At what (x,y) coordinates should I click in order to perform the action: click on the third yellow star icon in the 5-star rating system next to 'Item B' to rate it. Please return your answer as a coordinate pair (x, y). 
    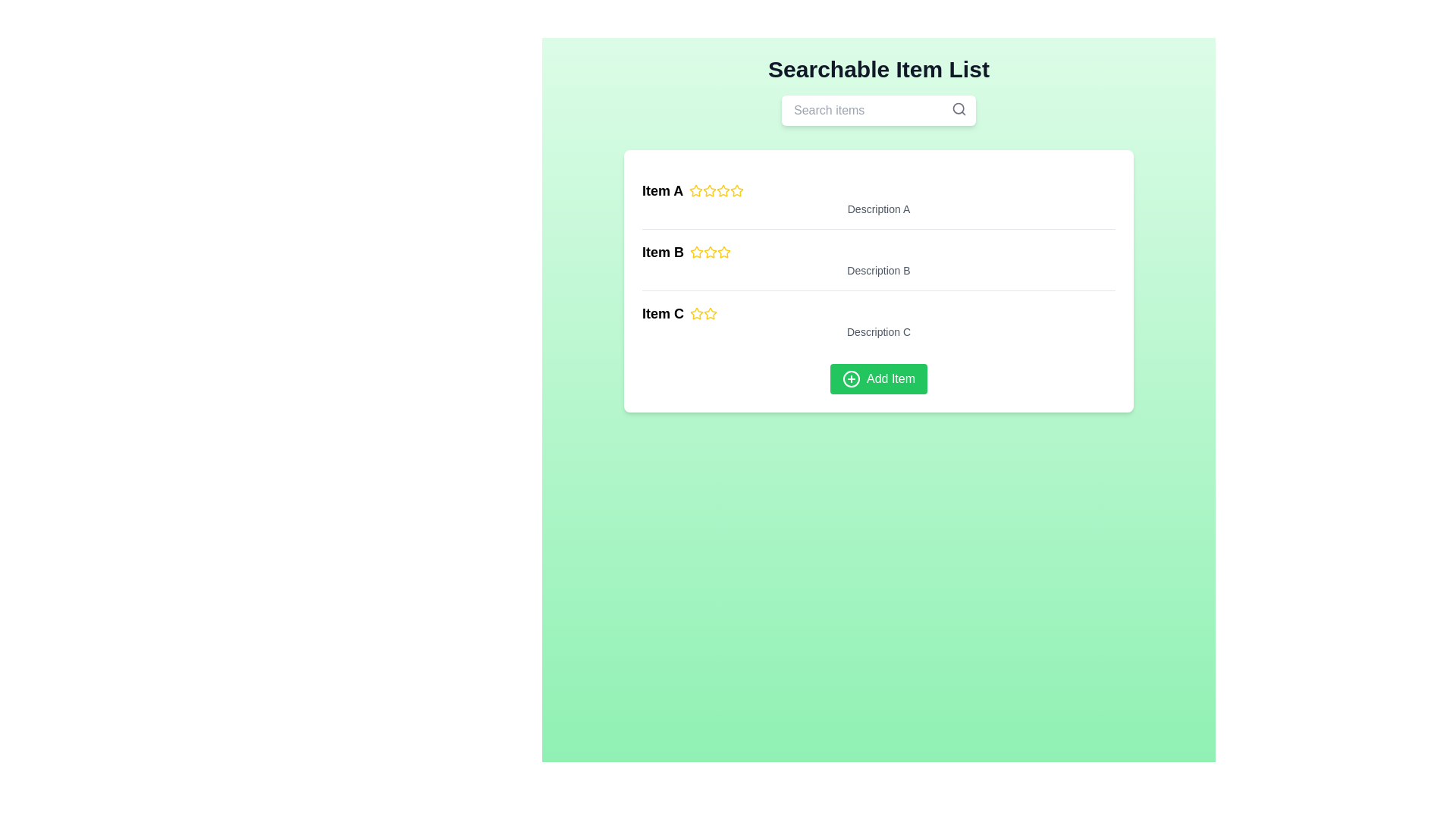
    Looking at the image, I should click on (723, 251).